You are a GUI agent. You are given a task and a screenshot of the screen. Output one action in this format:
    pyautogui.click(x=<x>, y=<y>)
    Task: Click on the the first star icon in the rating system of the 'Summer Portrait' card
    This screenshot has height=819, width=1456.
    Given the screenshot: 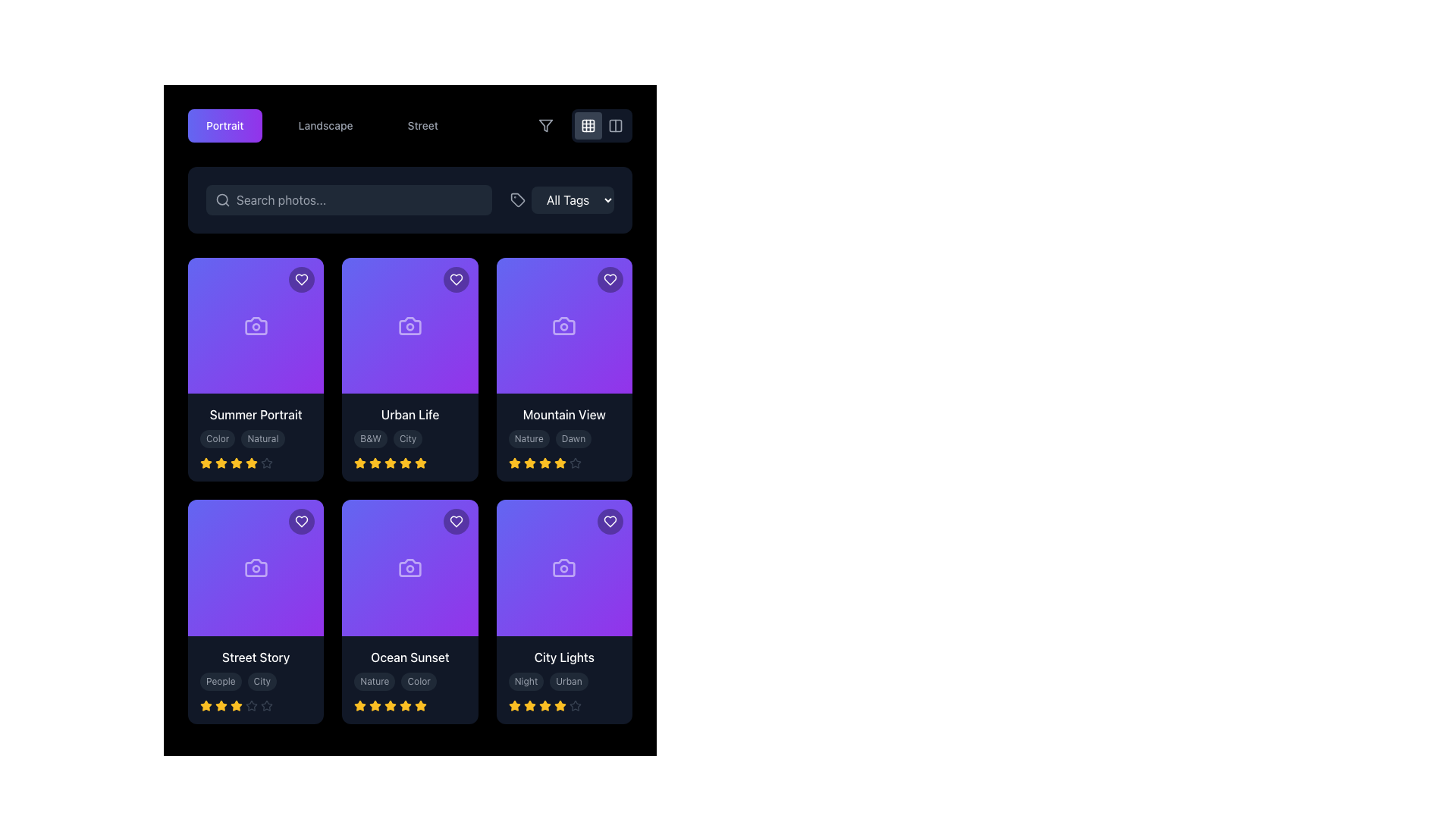 What is the action you would take?
    pyautogui.click(x=221, y=463)
    